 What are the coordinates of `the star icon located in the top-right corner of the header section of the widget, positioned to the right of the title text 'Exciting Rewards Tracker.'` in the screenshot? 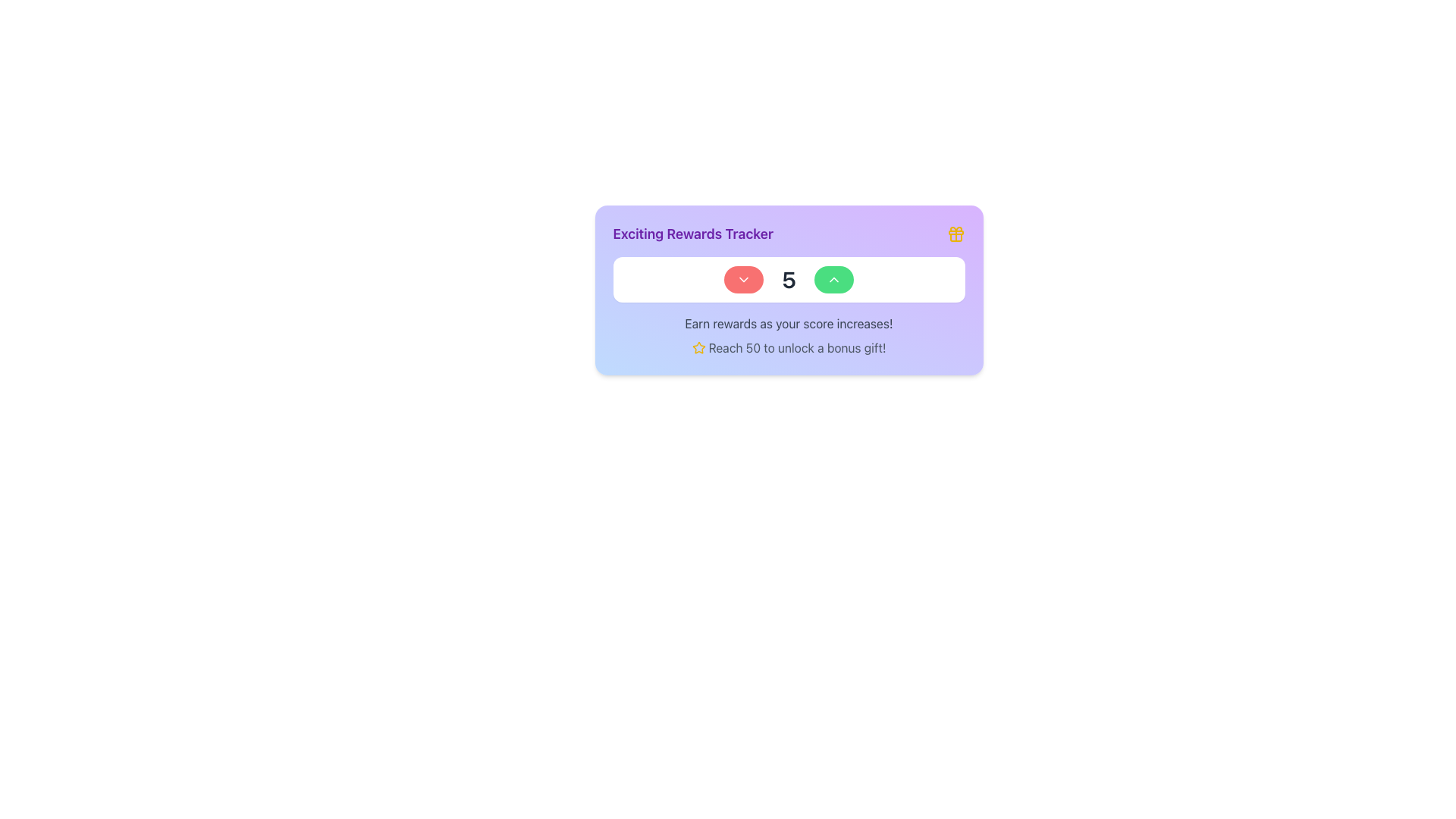 It's located at (698, 347).